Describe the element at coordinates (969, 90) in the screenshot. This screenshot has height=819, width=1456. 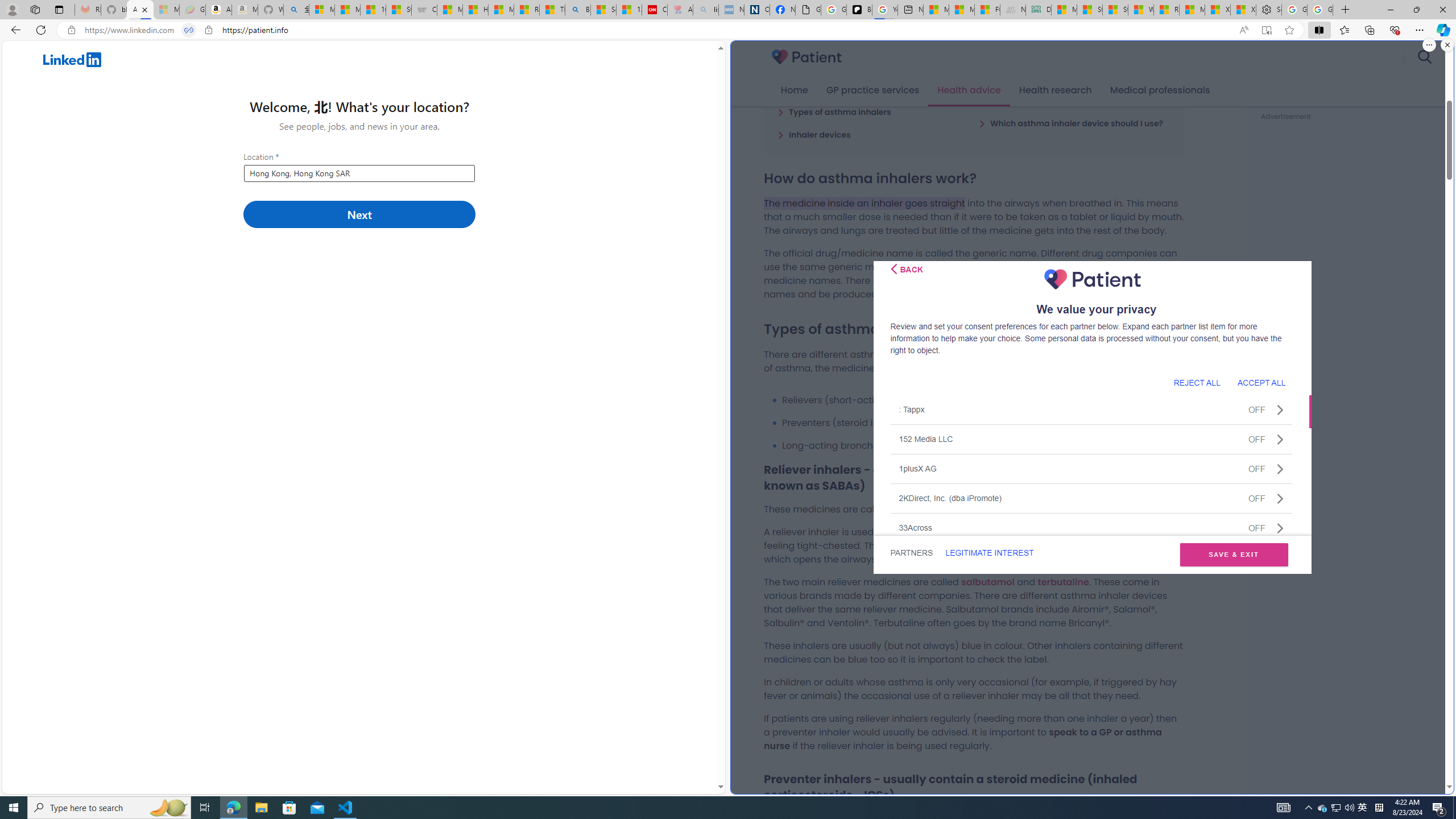
I see `'Health advice'` at that location.